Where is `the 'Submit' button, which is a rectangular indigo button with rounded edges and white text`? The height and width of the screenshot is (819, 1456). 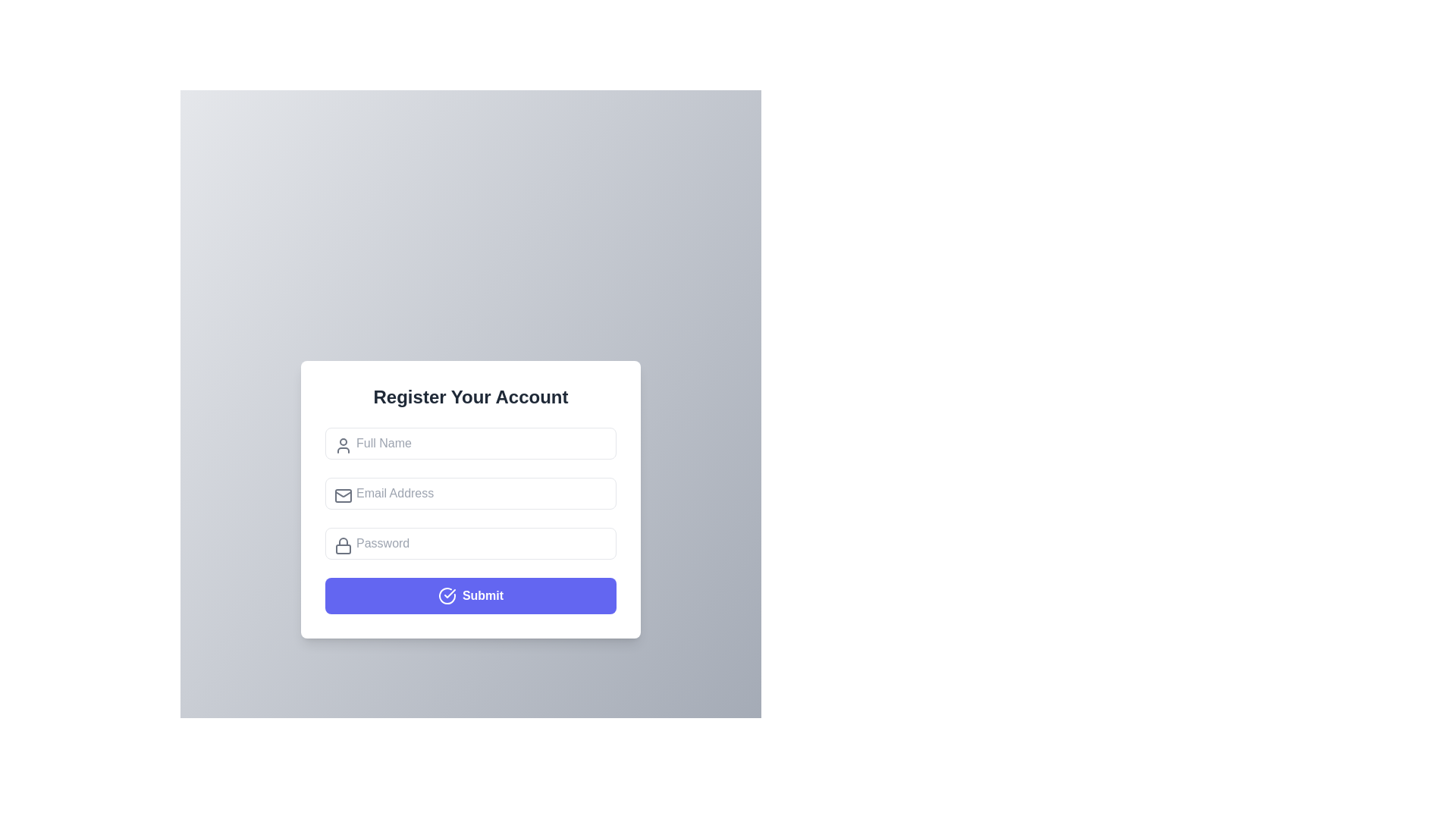
the 'Submit' button, which is a rectangular indigo button with rounded edges and white text is located at coordinates (469, 595).